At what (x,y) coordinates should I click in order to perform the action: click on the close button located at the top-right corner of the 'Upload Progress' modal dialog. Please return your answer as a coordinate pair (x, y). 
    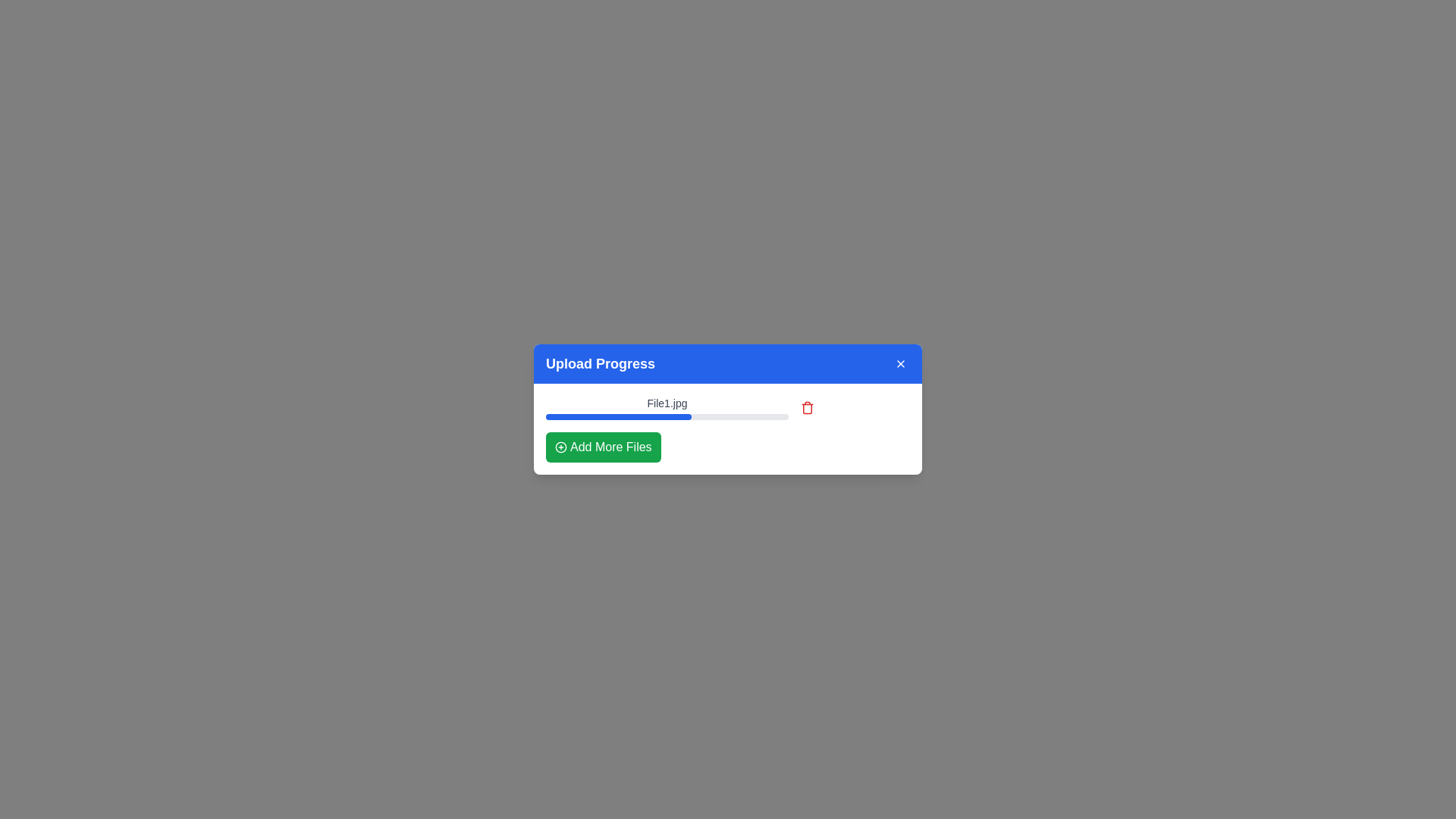
    Looking at the image, I should click on (901, 363).